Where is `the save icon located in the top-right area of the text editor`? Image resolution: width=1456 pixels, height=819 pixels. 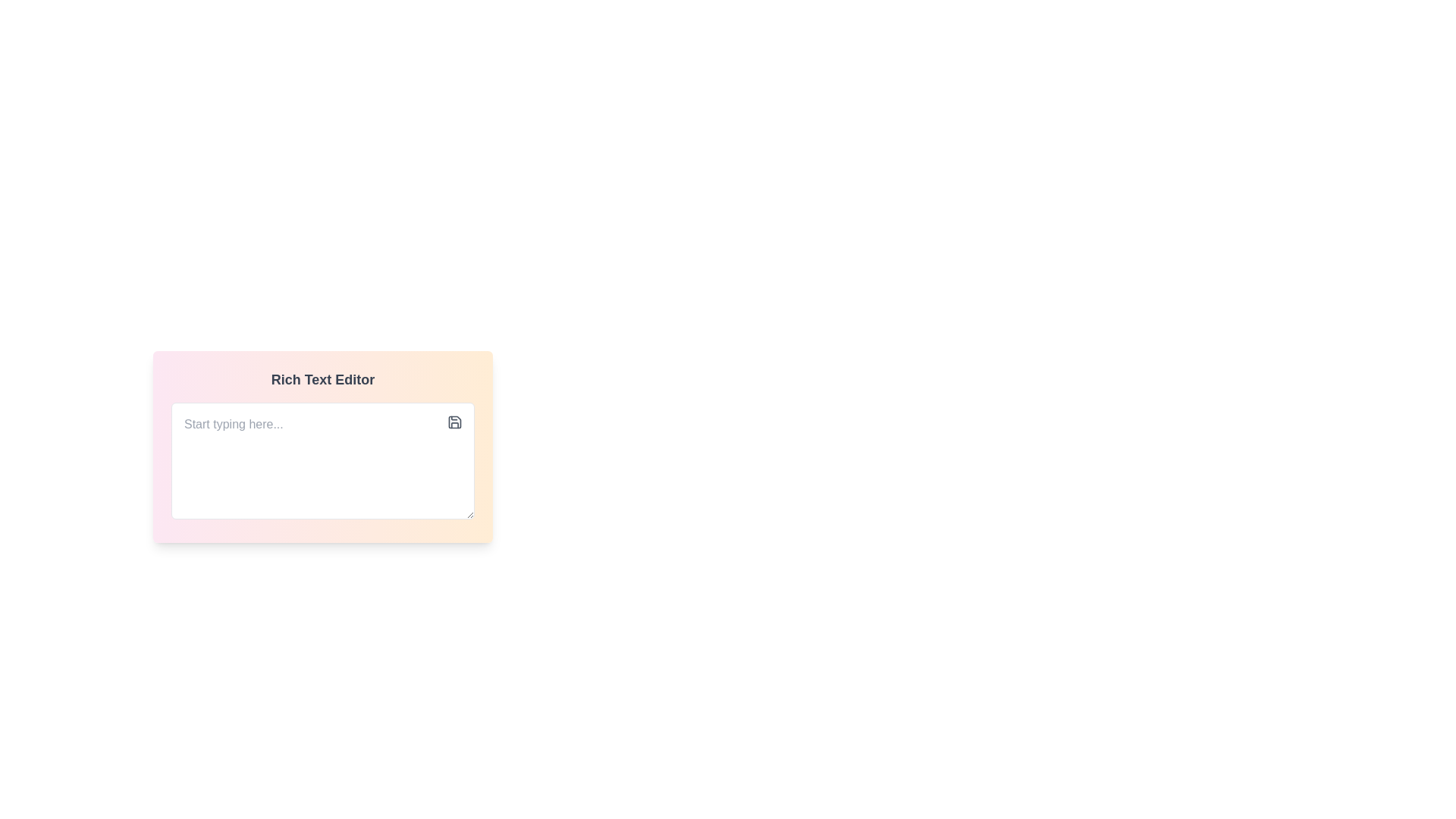 the save icon located in the top-right area of the text editor is located at coordinates (454, 422).